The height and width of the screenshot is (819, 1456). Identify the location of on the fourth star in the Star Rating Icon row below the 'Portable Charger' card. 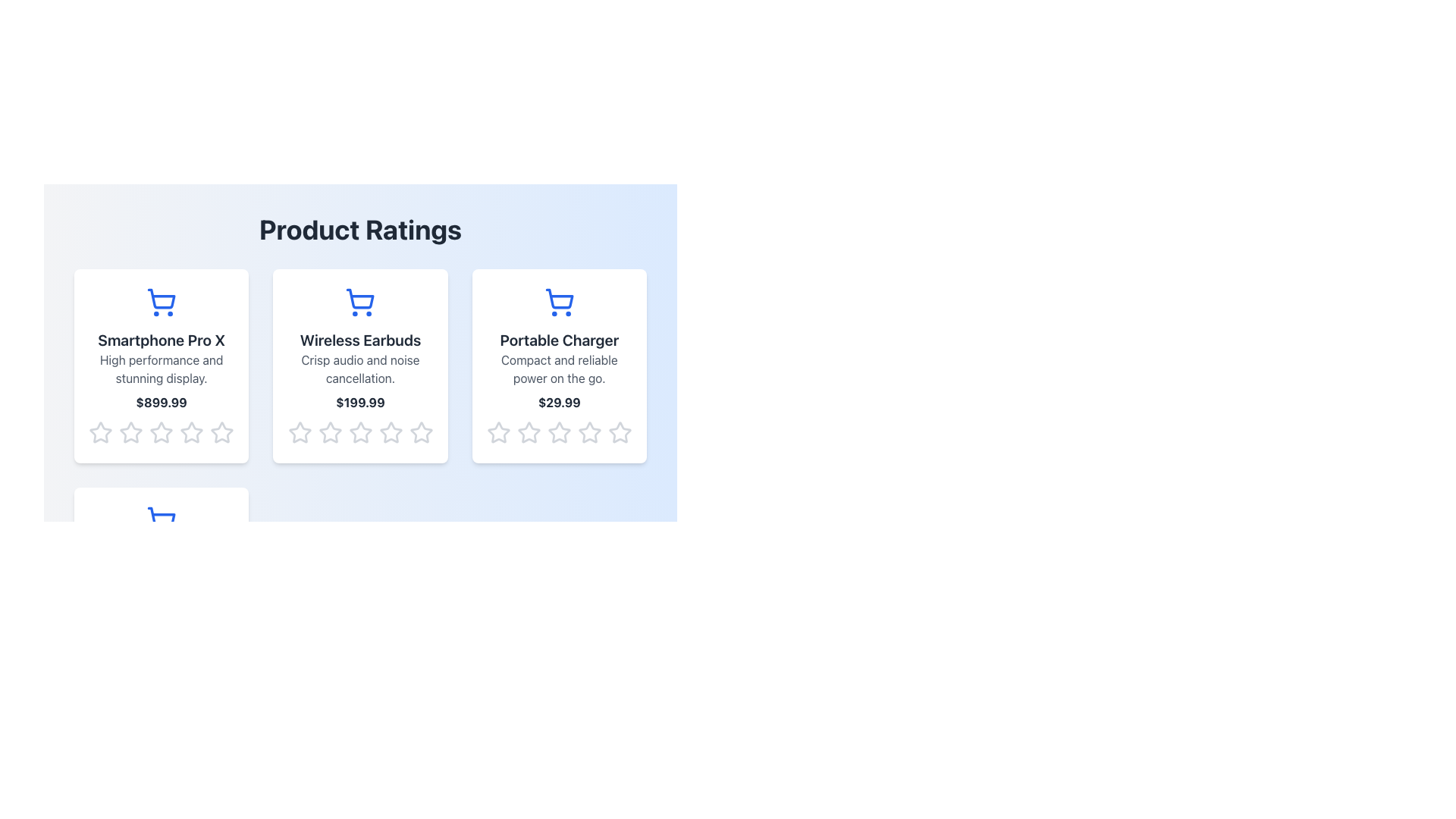
(558, 432).